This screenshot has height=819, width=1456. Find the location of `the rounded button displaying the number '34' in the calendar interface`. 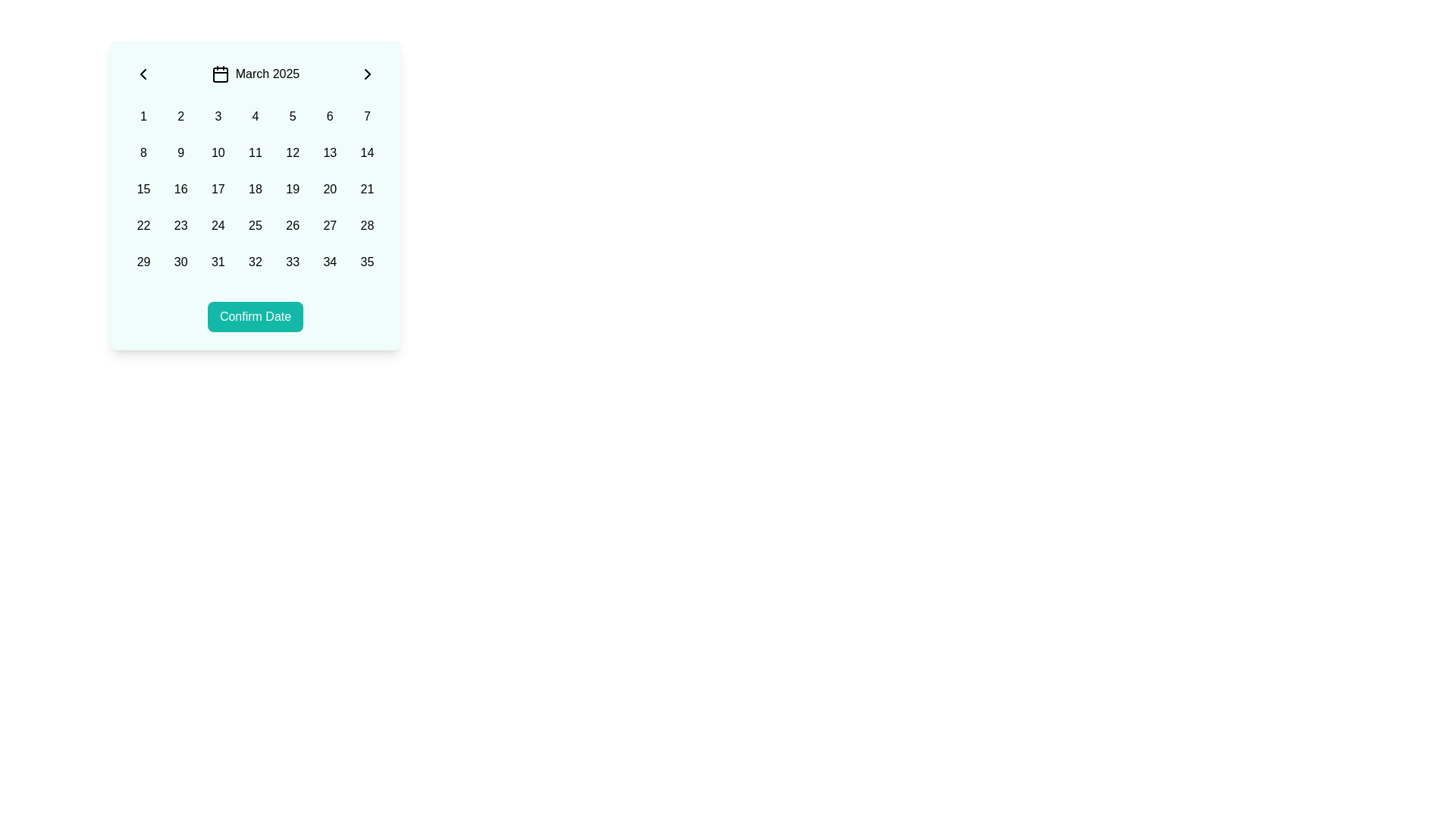

the rounded button displaying the number '34' in the calendar interface is located at coordinates (329, 262).